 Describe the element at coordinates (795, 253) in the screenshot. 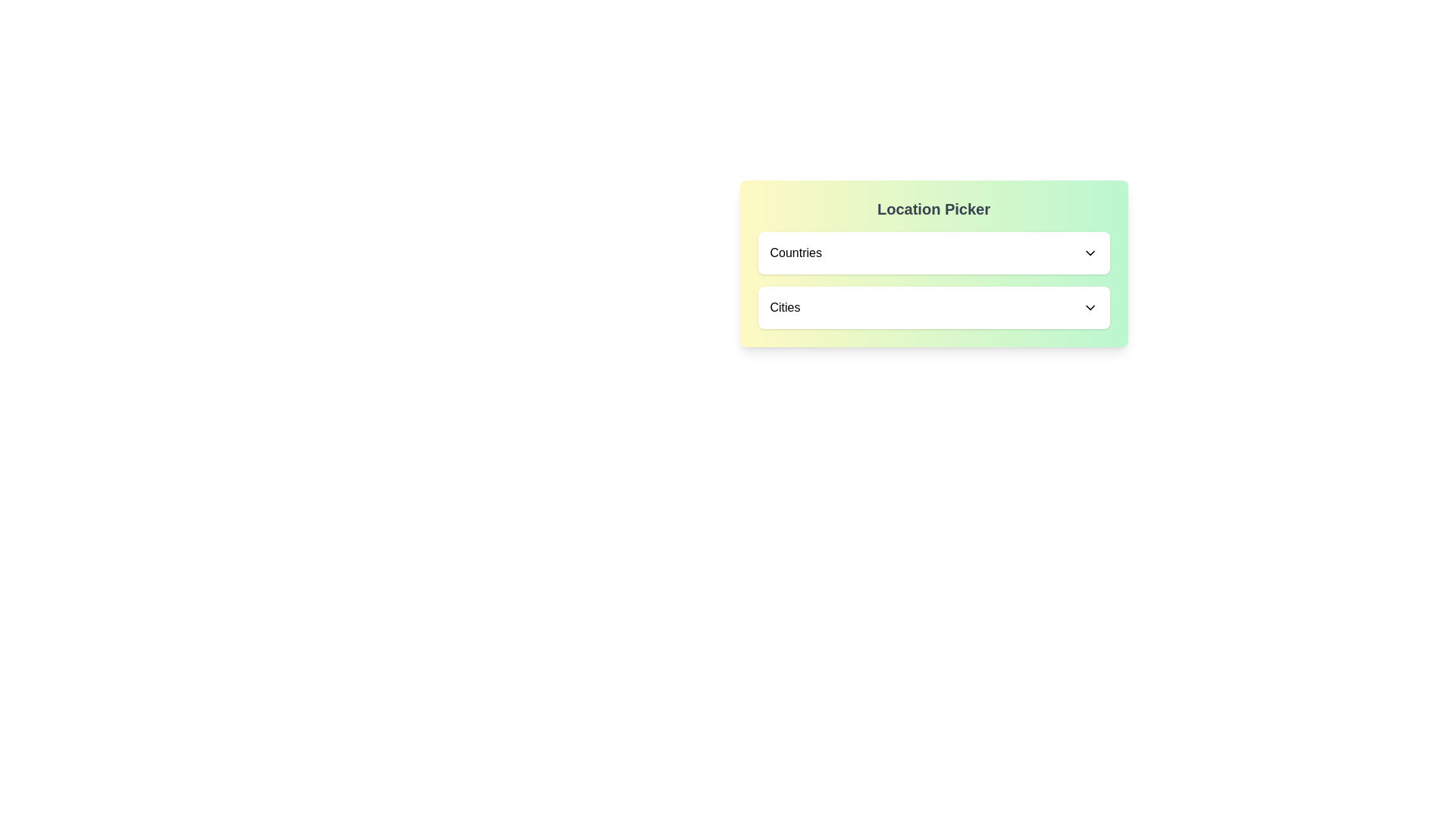

I see `text content of the static text label that displays the current selection for the 'Countries' dropdown menu, located at the top-left corner of the dropdown` at that location.